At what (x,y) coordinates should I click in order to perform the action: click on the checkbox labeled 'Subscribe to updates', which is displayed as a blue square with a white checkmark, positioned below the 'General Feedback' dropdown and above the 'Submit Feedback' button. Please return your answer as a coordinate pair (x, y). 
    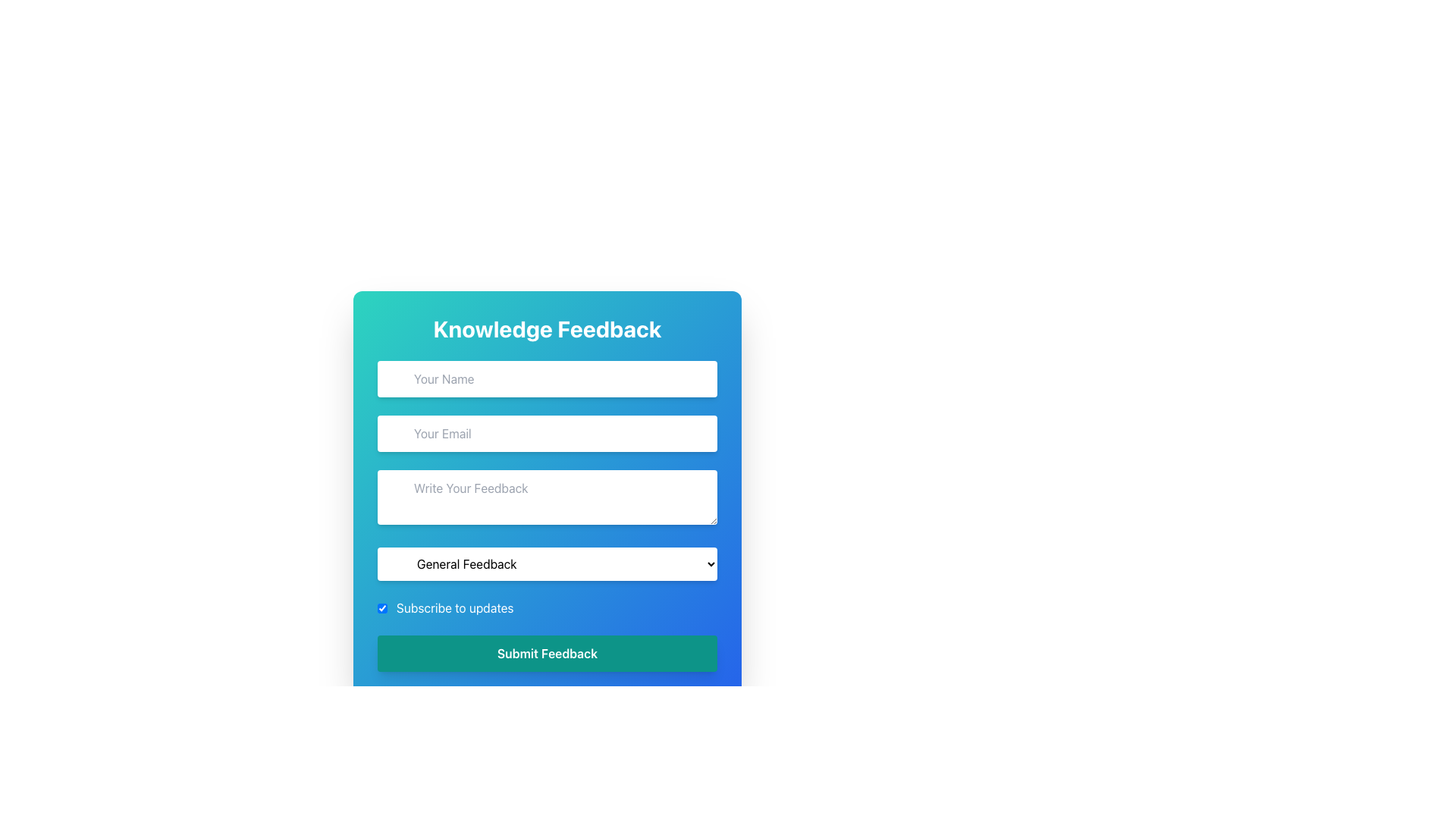
    Looking at the image, I should click on (546, 607).